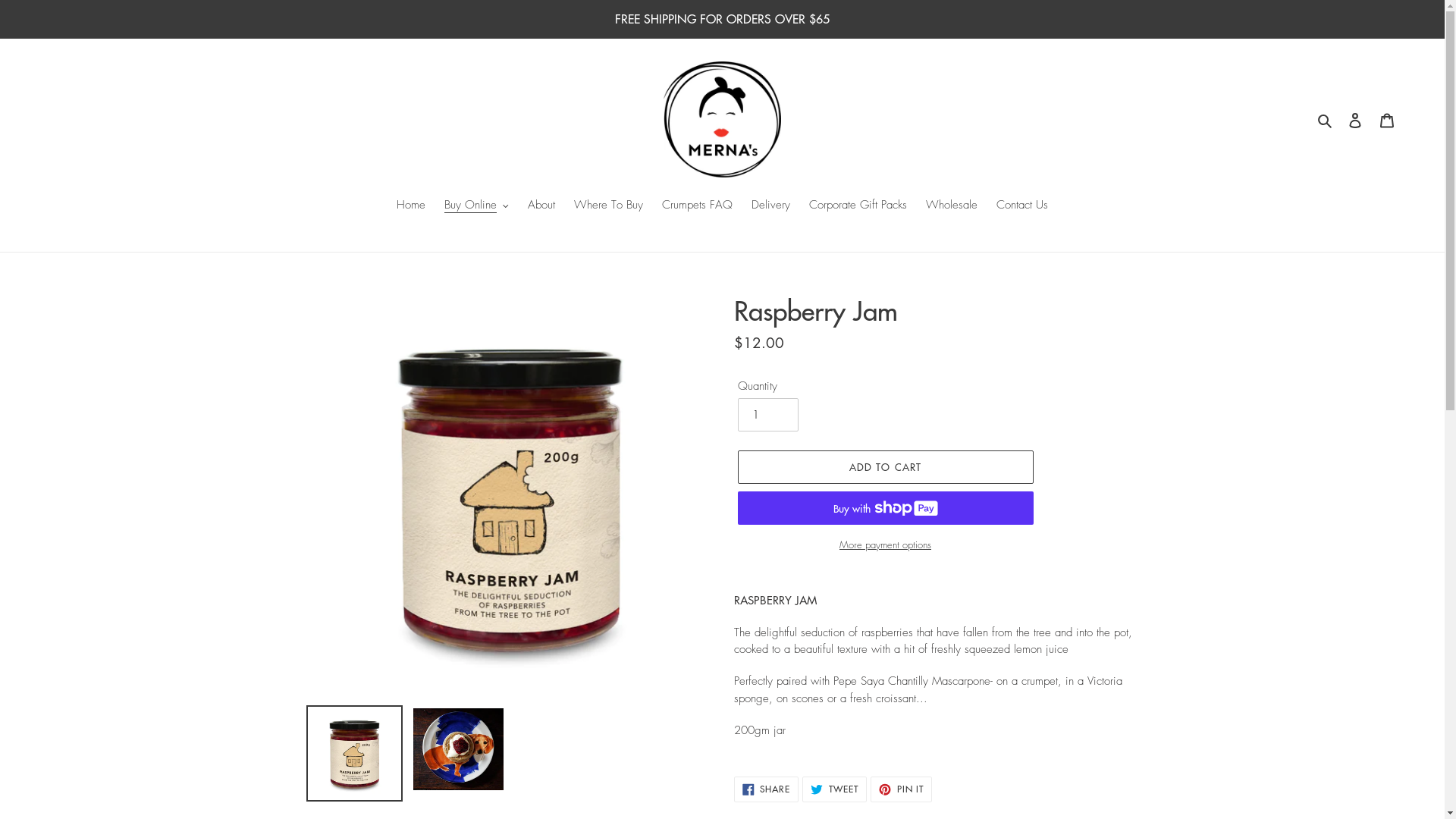 The width and height of the screenshot is (1456, 819). I want to click on 'Contact Us', so click(1022, 206).